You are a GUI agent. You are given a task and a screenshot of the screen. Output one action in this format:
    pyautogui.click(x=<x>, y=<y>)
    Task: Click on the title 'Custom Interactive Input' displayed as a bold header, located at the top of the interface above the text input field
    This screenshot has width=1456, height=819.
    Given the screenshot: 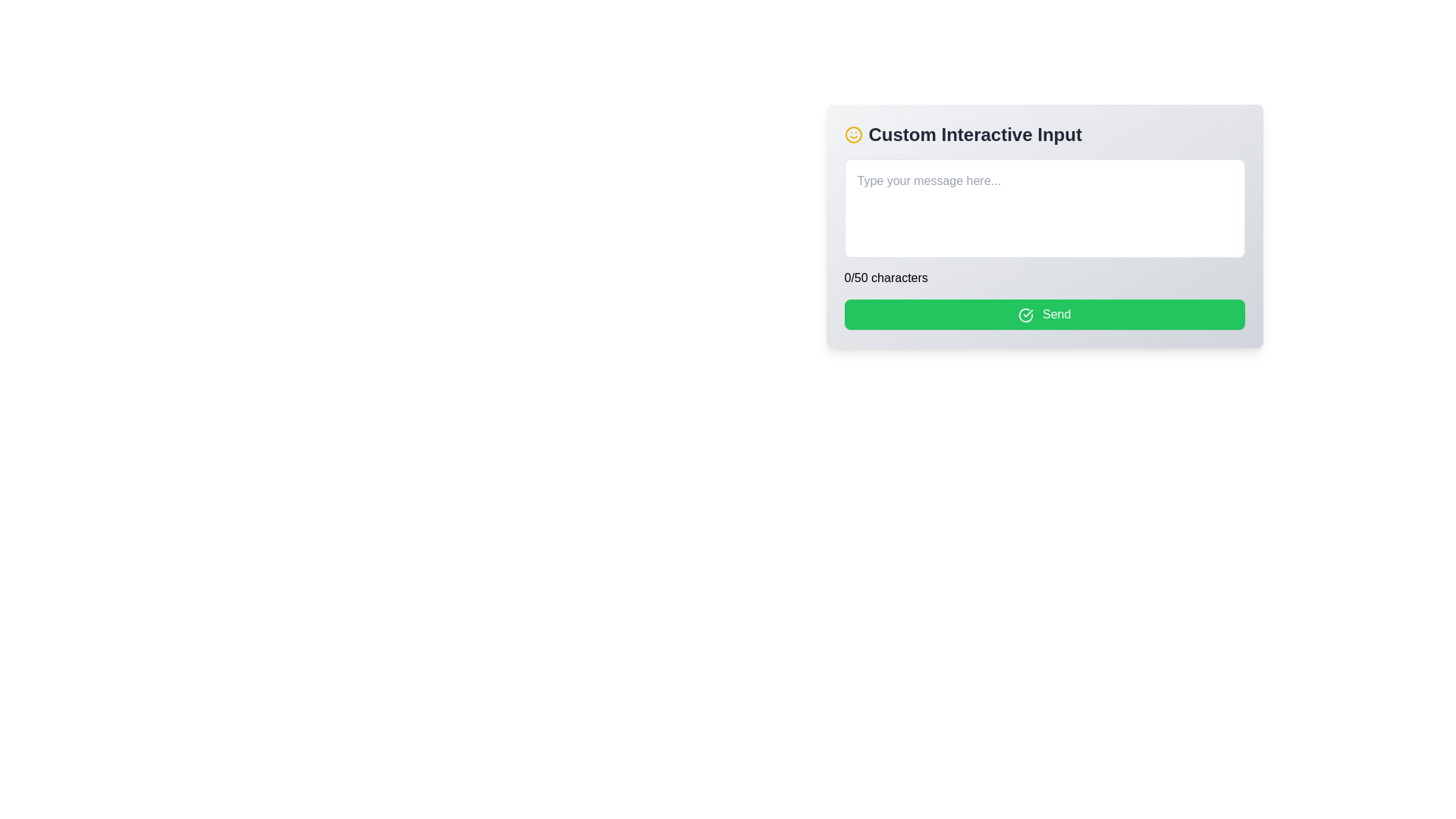 What is the action you would take?
    pyautogui.click(x=1043, y=133)
    